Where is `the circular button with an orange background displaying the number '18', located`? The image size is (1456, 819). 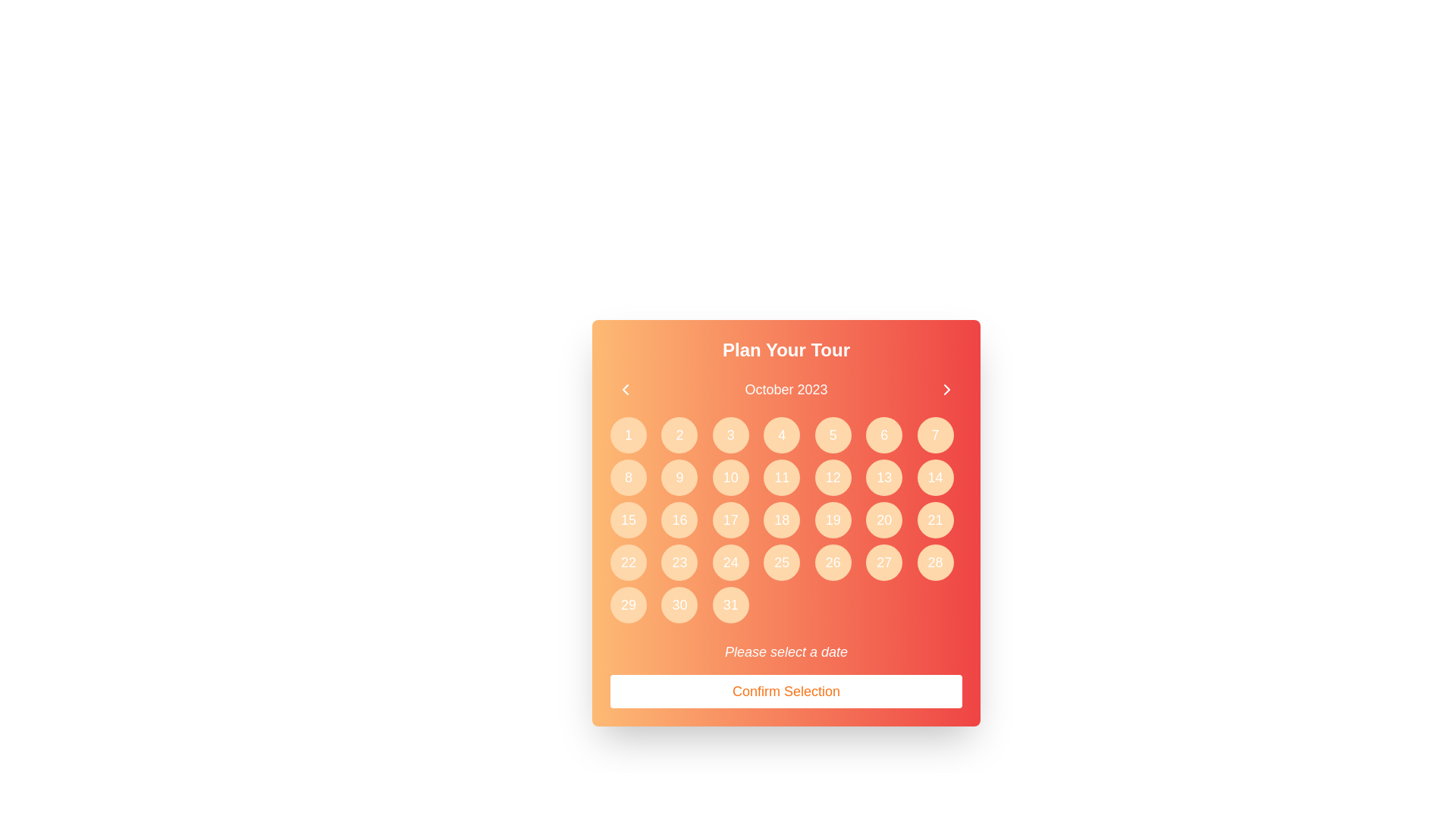
the circular button with an orange background displaying the number '18', located is located at coordinates (782, 519).